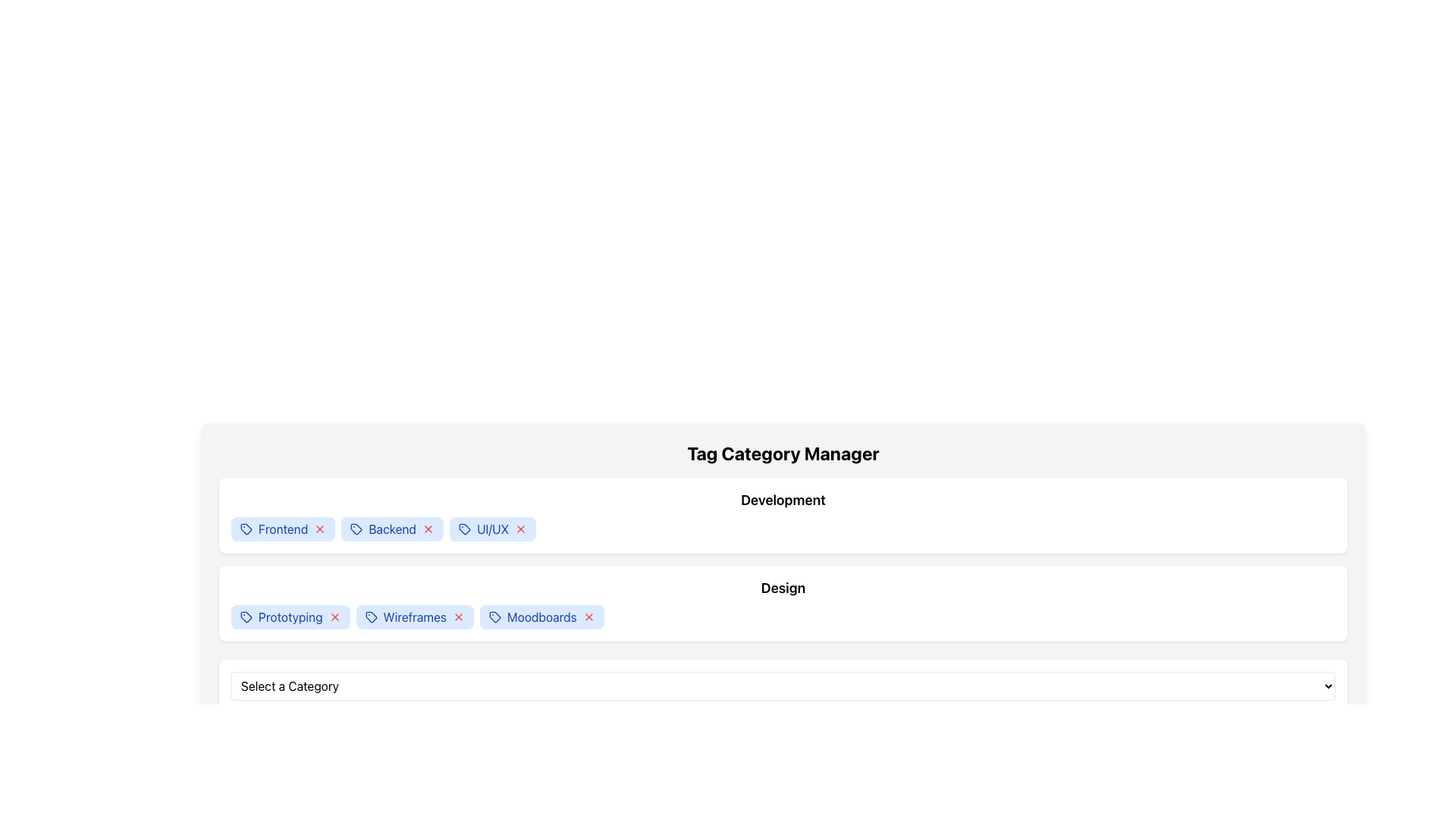 The image size is (1456, 819). What do you see at coordinates (588, 617) in the screenshot?
I see `the small red 'X' icon button located to the right of the 'Moodboards' text within the rounded blue tag` at bounding box center [588, 617].